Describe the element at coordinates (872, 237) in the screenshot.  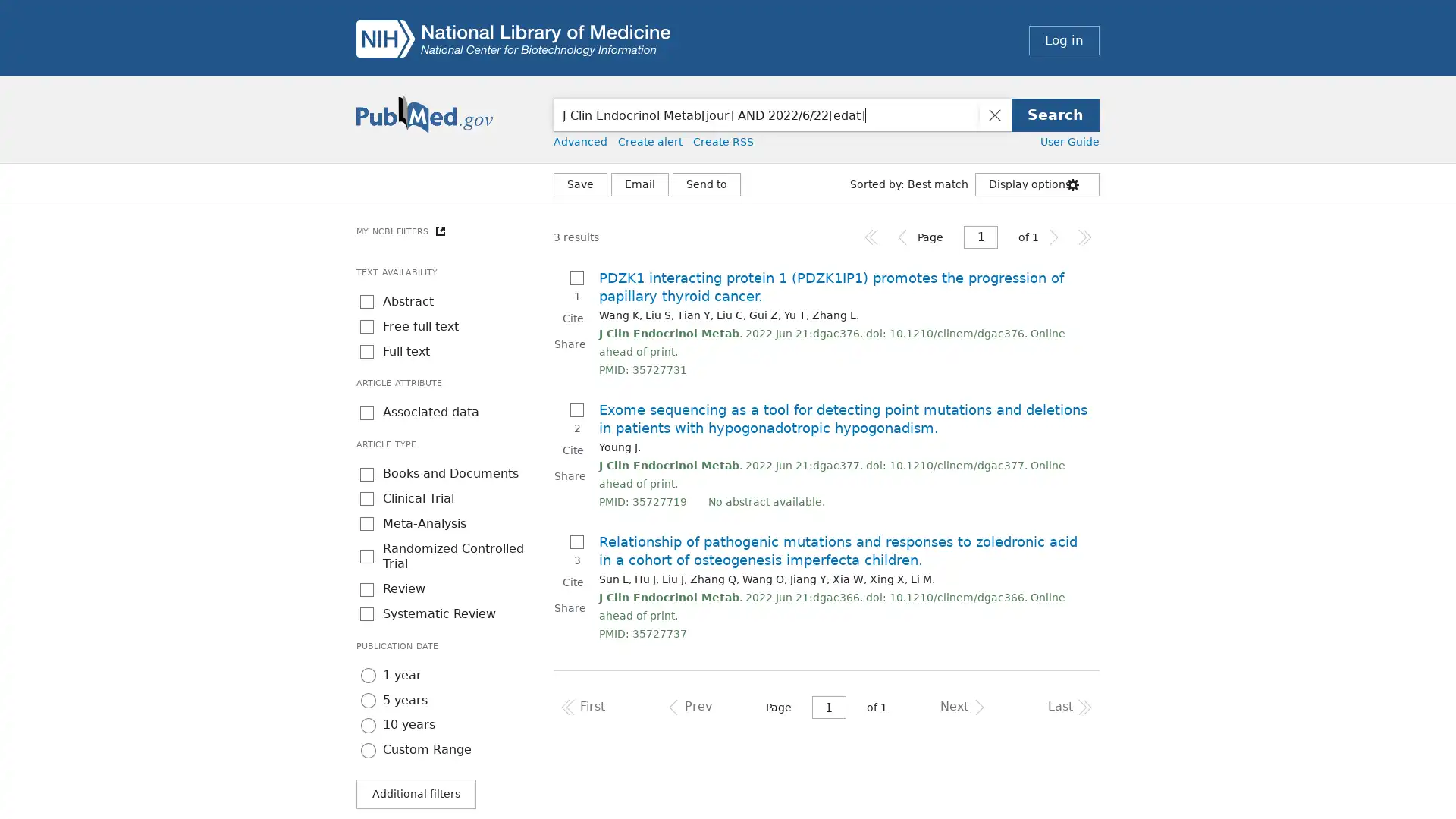
I see `Navigates to the first page of results.` at that location.